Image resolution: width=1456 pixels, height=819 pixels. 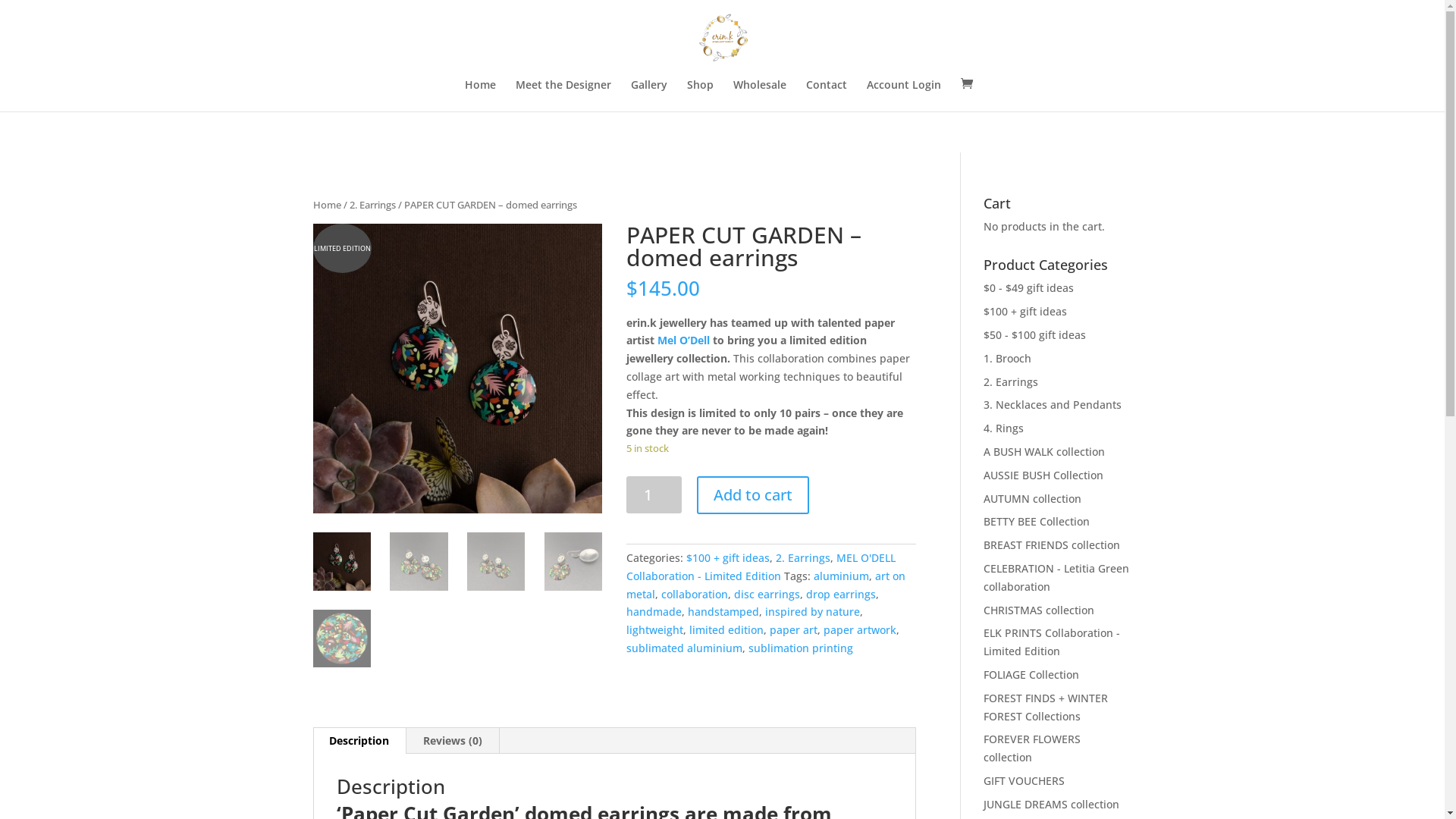 What do you see at coordinates (839, 593) in the screenshot?
I see `'drop earrings'` at bounding box center [839, 593].